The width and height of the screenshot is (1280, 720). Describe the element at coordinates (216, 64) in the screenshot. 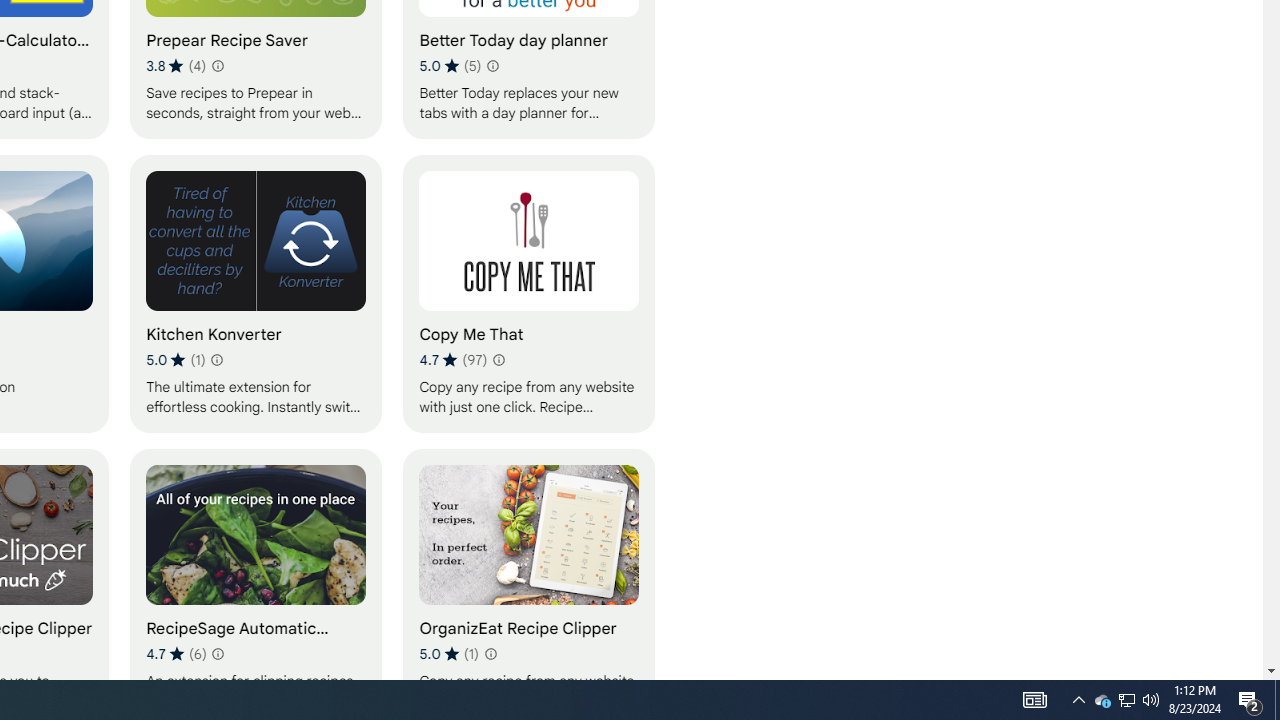

I see `'Learn more about results and reviews "Prepear Recipe Saver"'` at that location.